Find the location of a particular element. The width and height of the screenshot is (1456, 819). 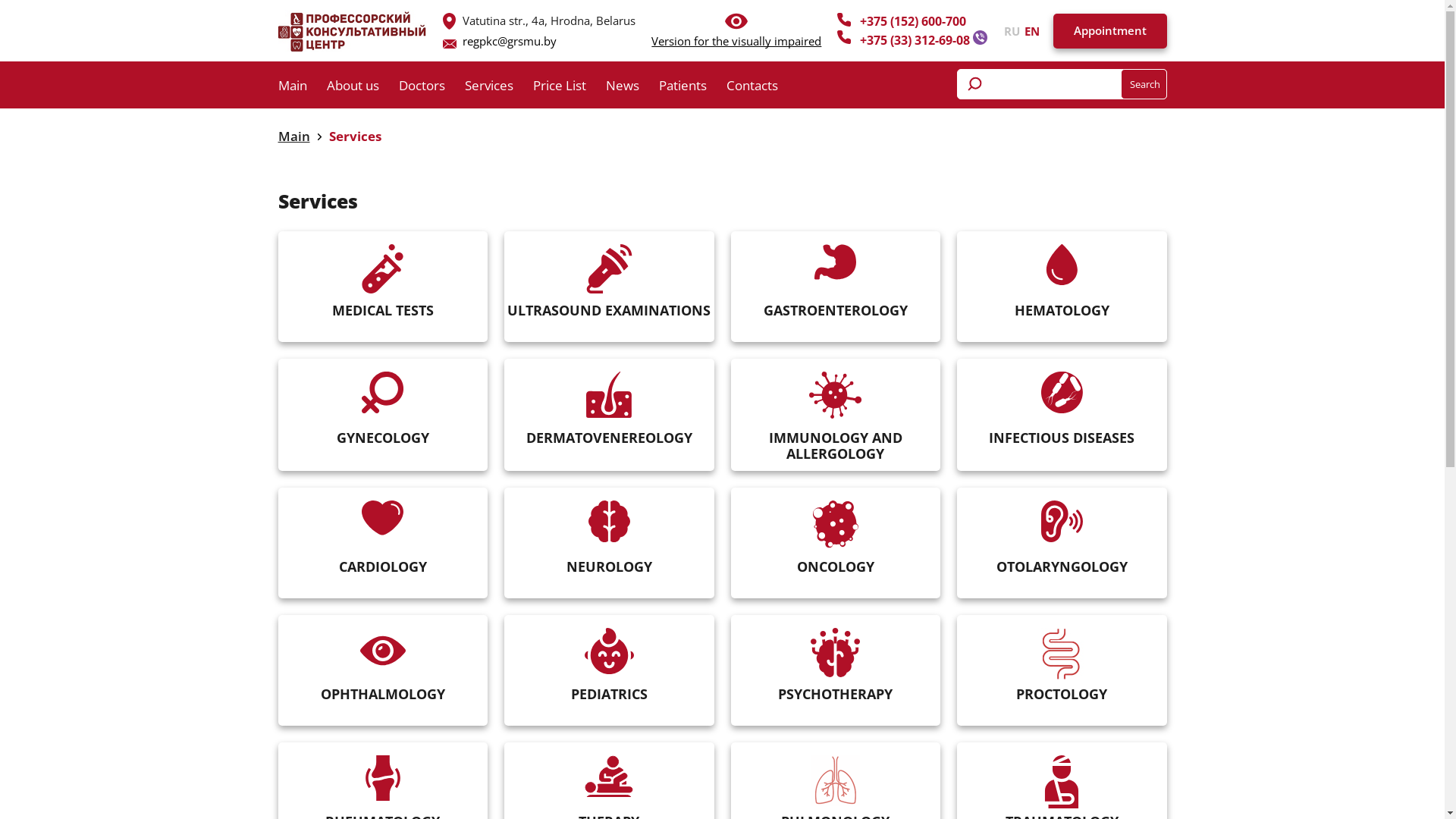

'About us' is located at coordinates (361, 88).